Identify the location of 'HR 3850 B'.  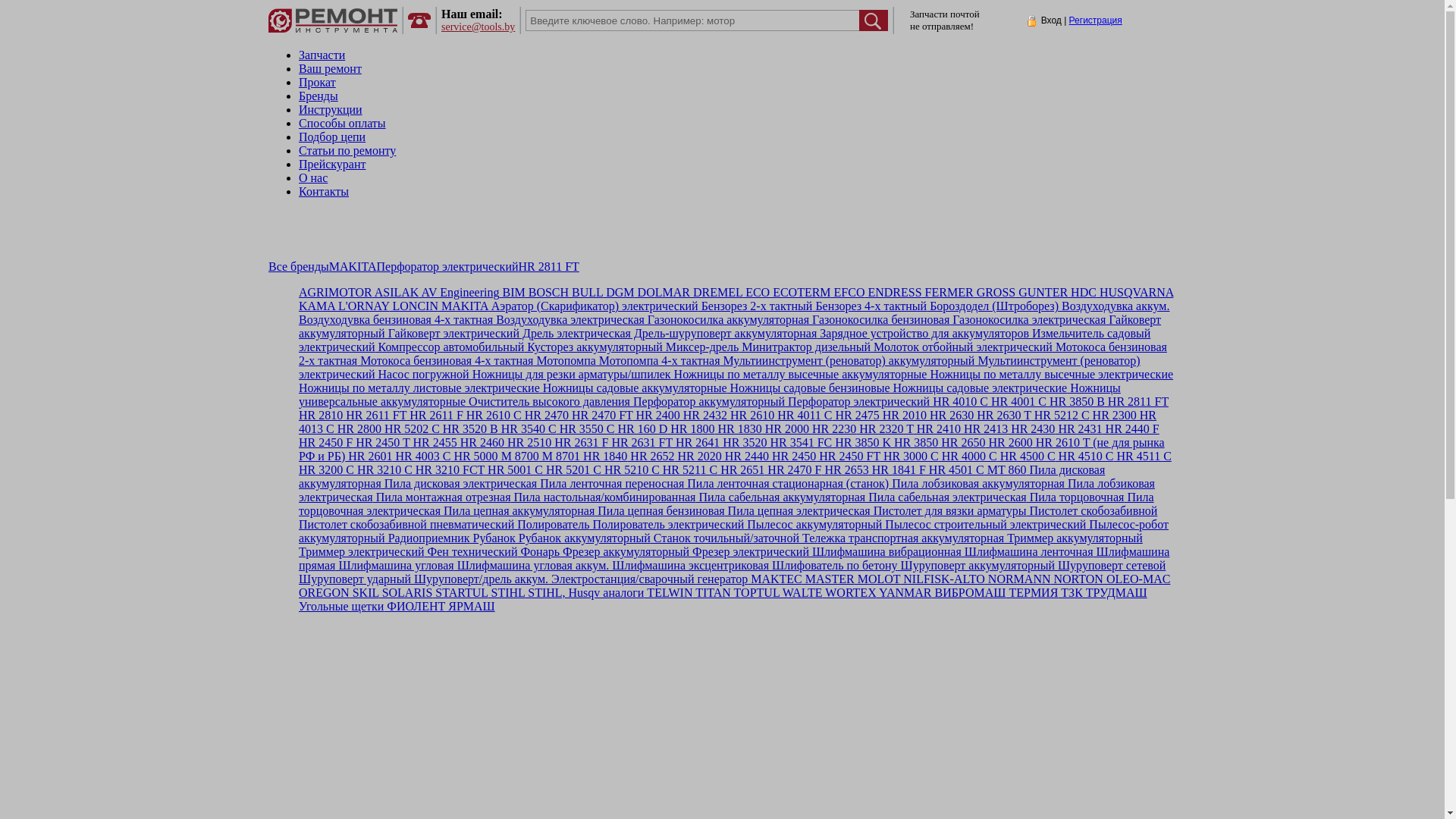
(1046, 400).